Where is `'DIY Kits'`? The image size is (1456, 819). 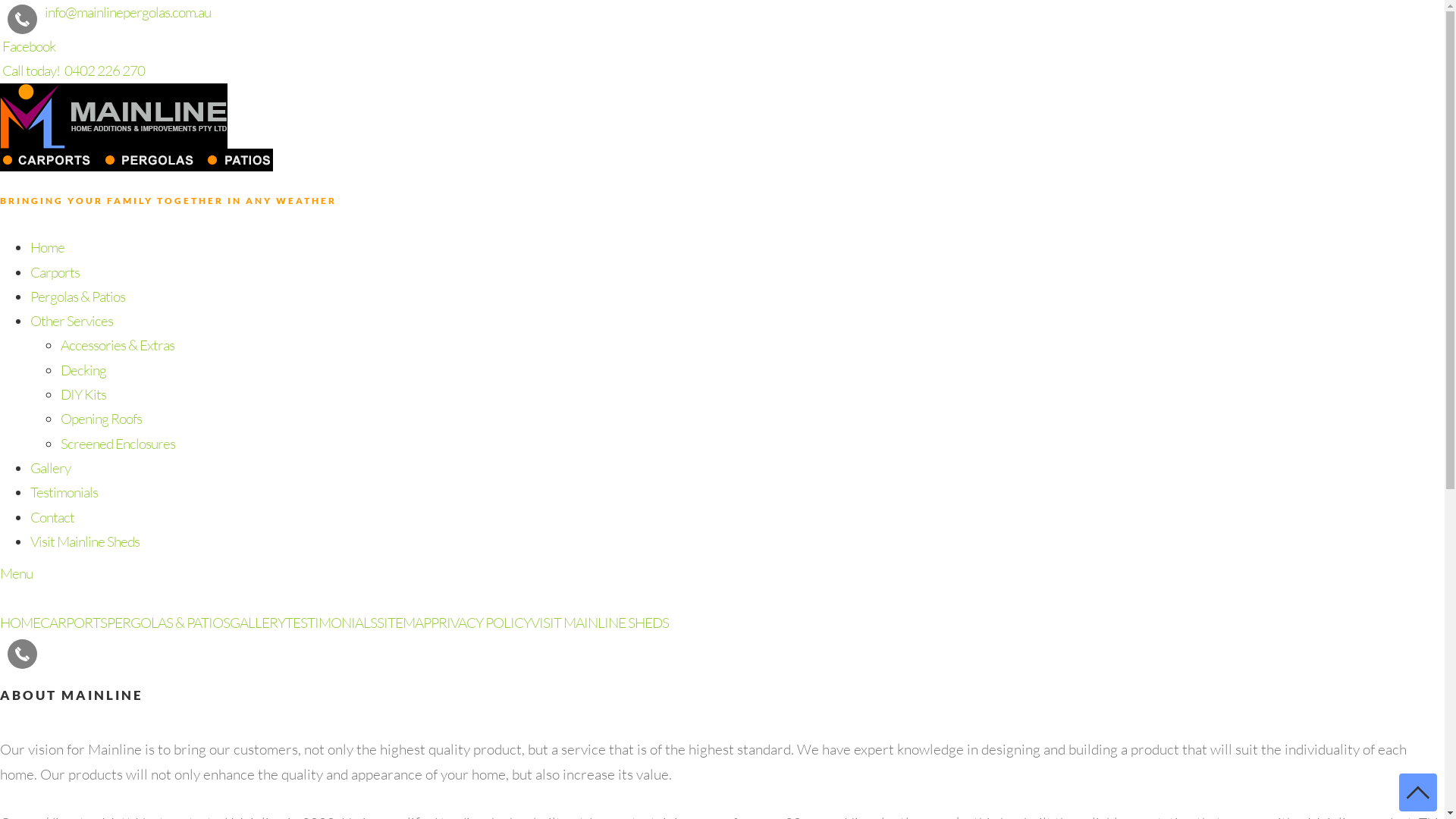
'DIY Kits' is located at coordinates (83, 394).